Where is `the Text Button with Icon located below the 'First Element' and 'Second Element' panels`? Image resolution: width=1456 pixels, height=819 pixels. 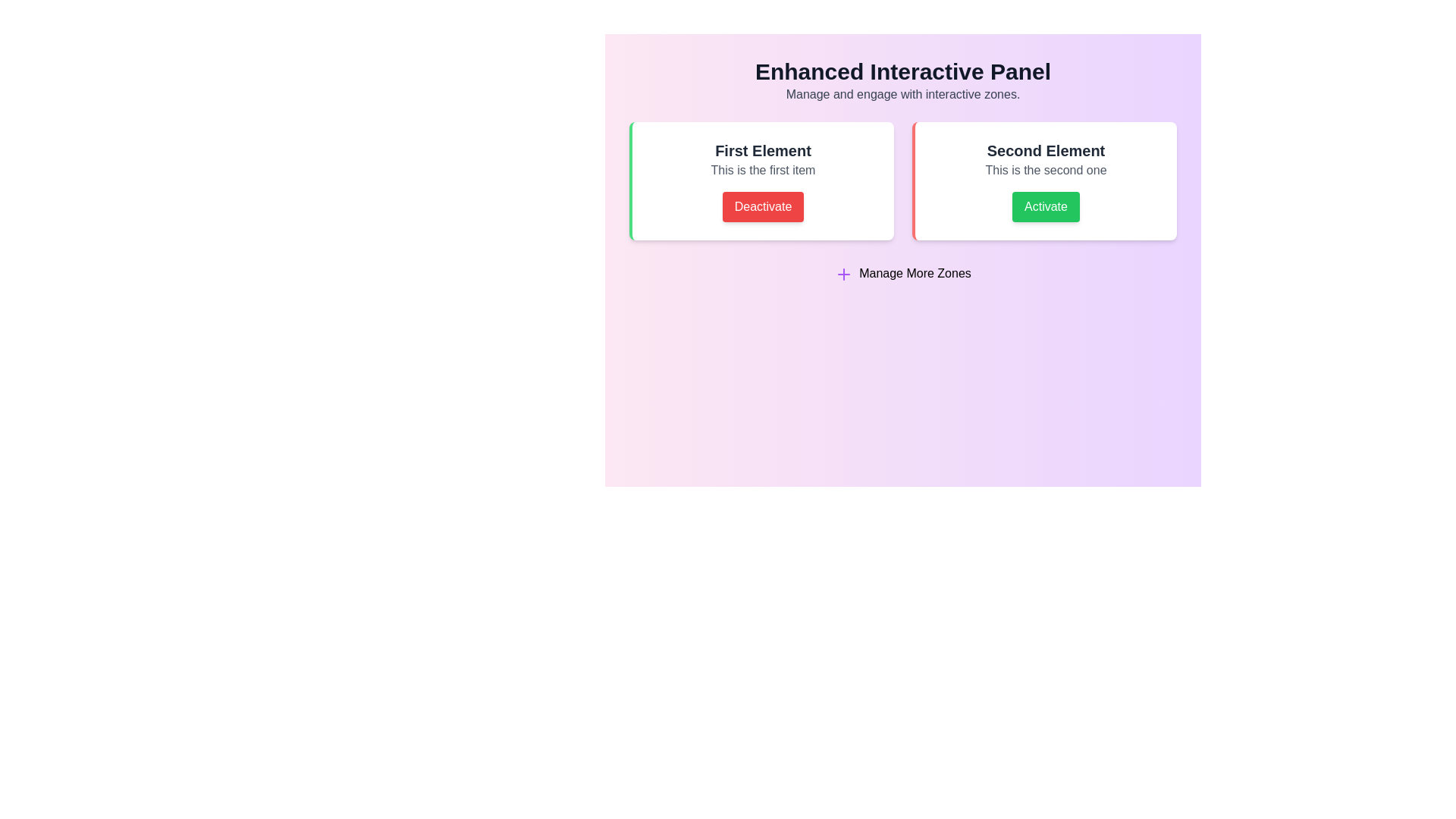 the Text Button with Icon located below the 'First Element' and 'Second Element' panels is located at coordinates (902, 274).